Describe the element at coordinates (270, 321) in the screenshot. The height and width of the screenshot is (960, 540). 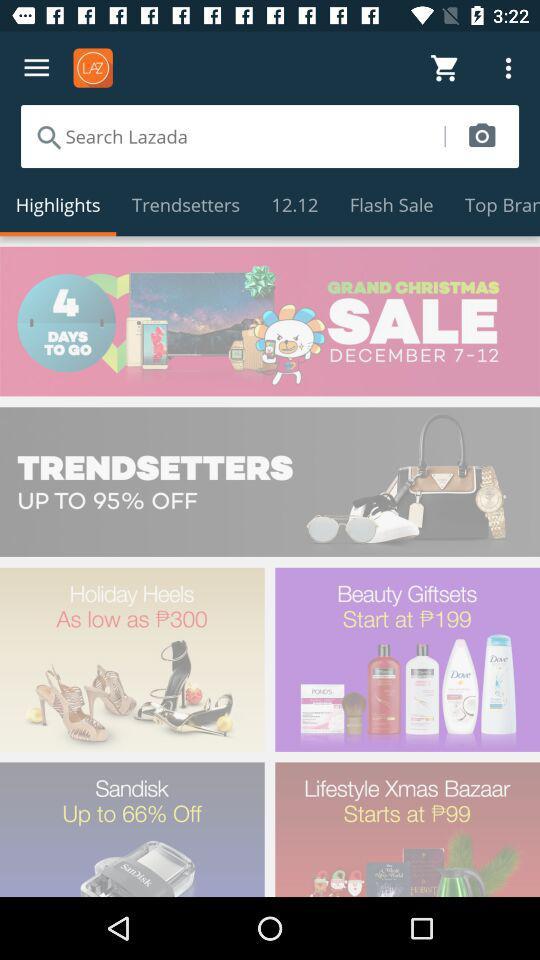
I see `open sale information` at that location.